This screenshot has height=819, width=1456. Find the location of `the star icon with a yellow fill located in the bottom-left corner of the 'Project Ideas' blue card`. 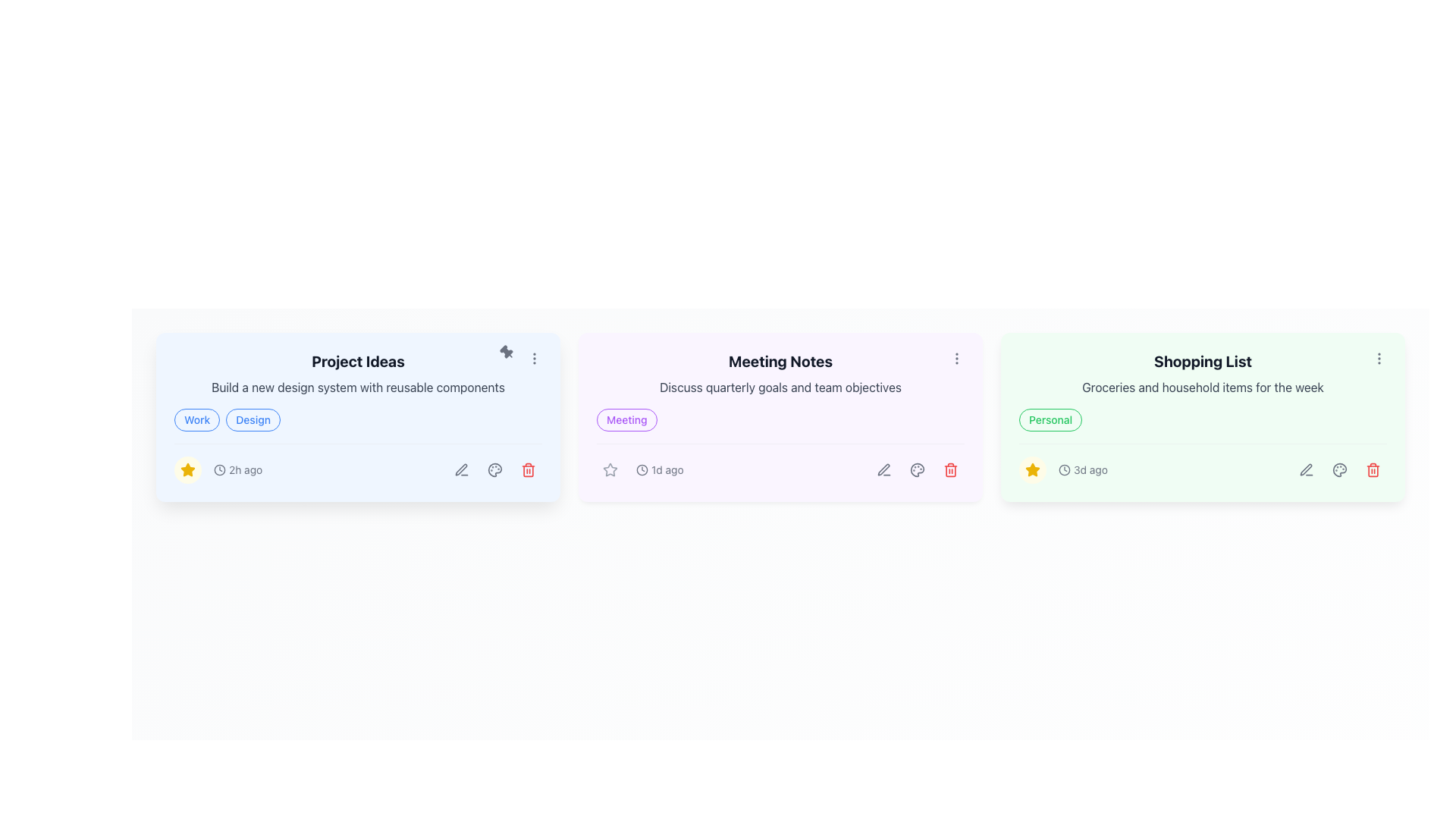

the star icon with a yellow fill located in the bottom-left corner of the 'Project Ideas' blue card is located at coordinates (1032, 469).